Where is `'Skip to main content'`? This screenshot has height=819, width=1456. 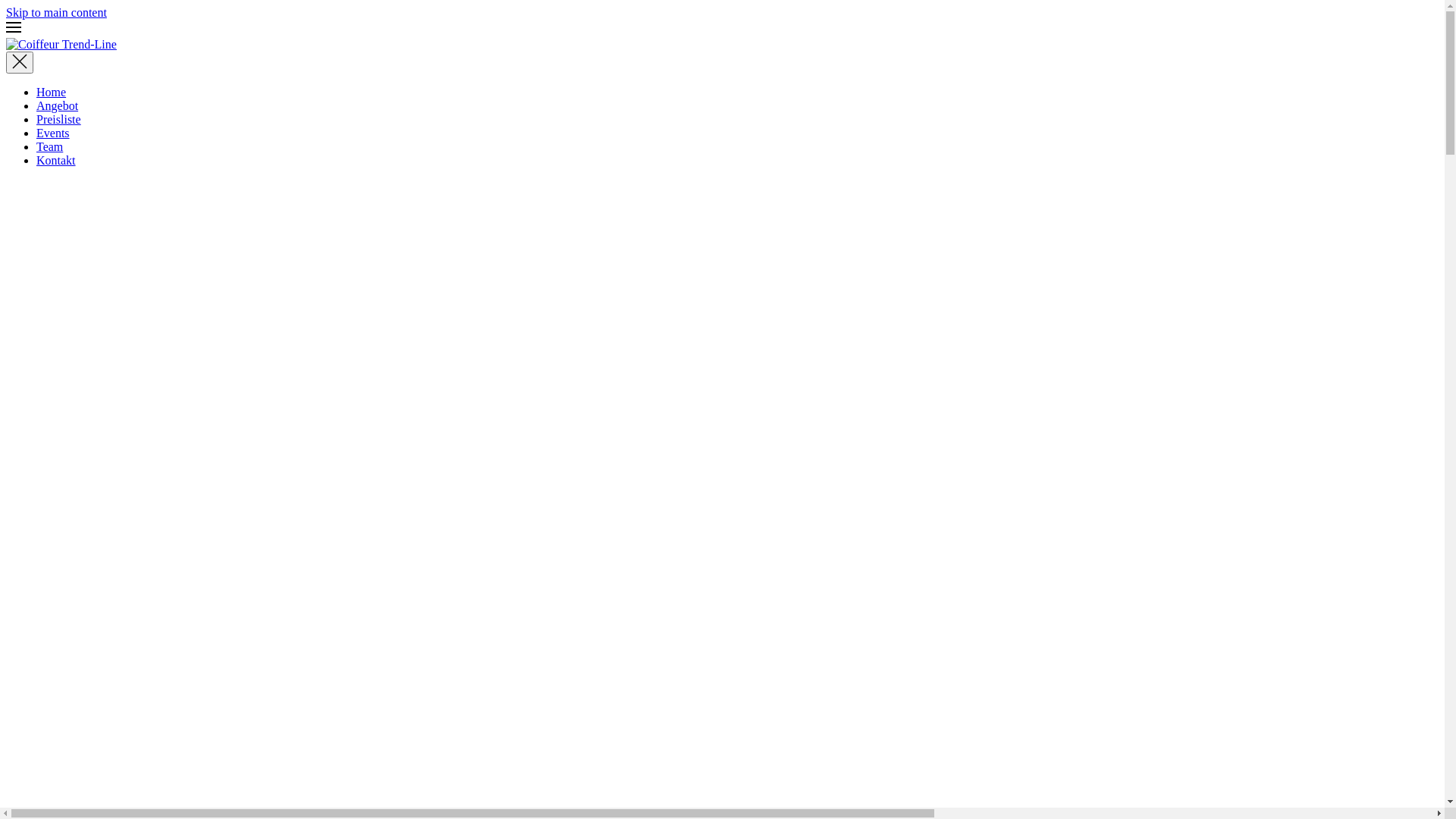 'Skip to main content' is located at coordinates (56, 12).